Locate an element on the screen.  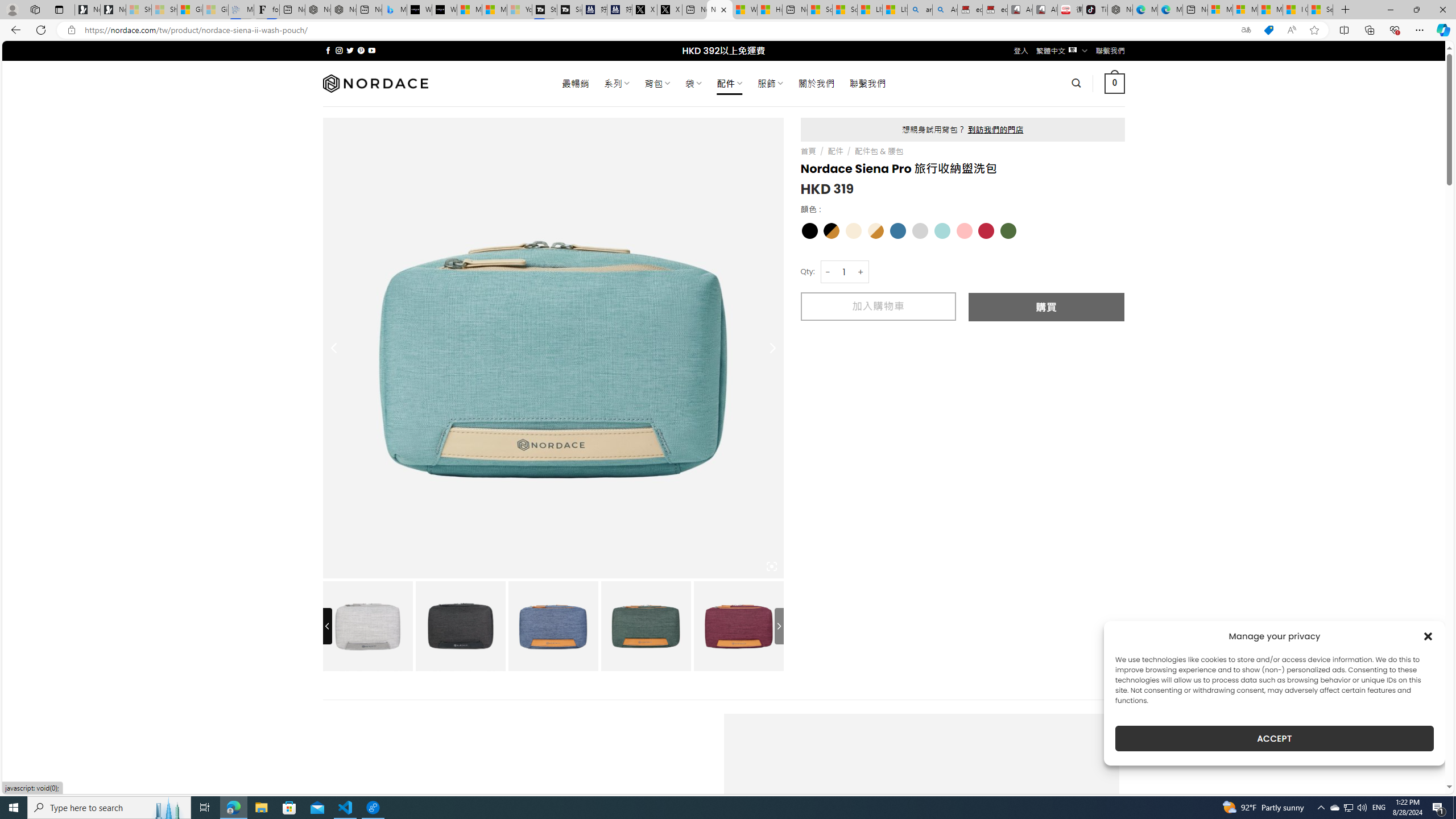
'Nordace - Best Sellers' is located at coordinates (1119, 9).